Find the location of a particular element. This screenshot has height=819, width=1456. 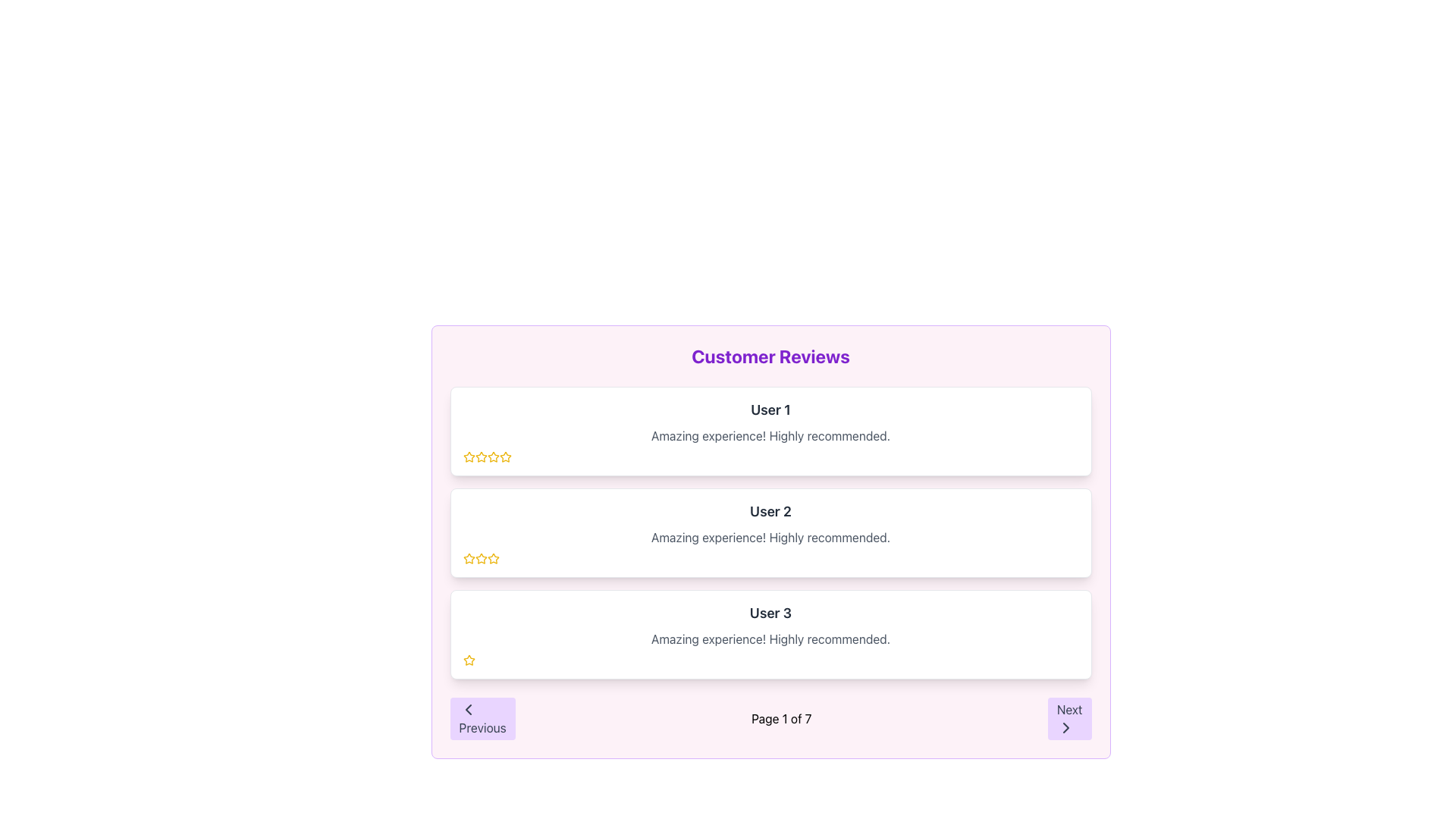

the second star icon in the rating system for 'User 2', which is gold with a thin outlined stroke and partially filled is located at coordinates (480, 558).